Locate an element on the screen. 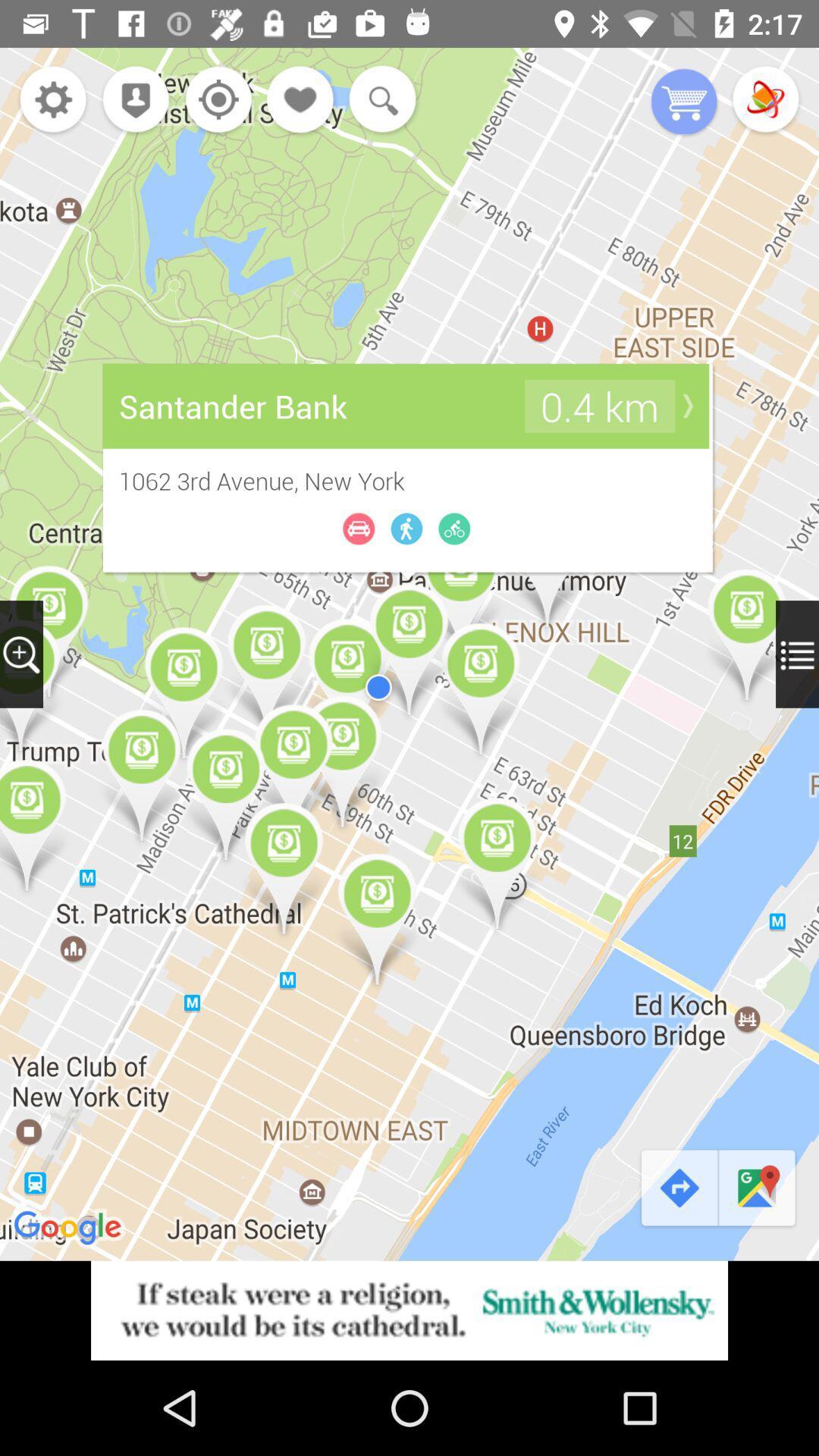  advertisement is located at coordinates (409, 1310).